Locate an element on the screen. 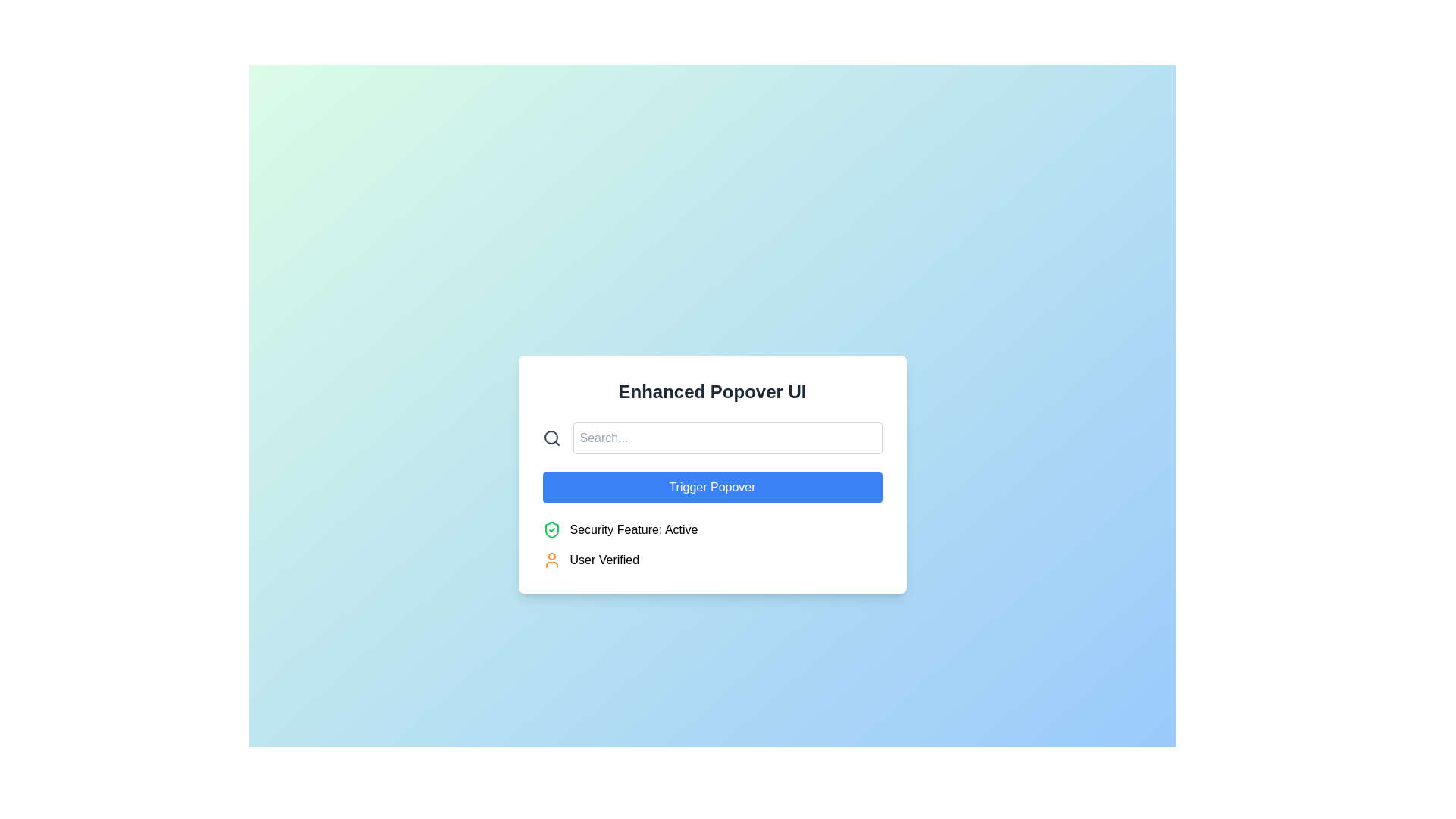  the text label that displays 'Security Feature: Active', which is styled in black typography and positioned below a button labeled 'Trigger Popover' is located at coordinates (633, 529).